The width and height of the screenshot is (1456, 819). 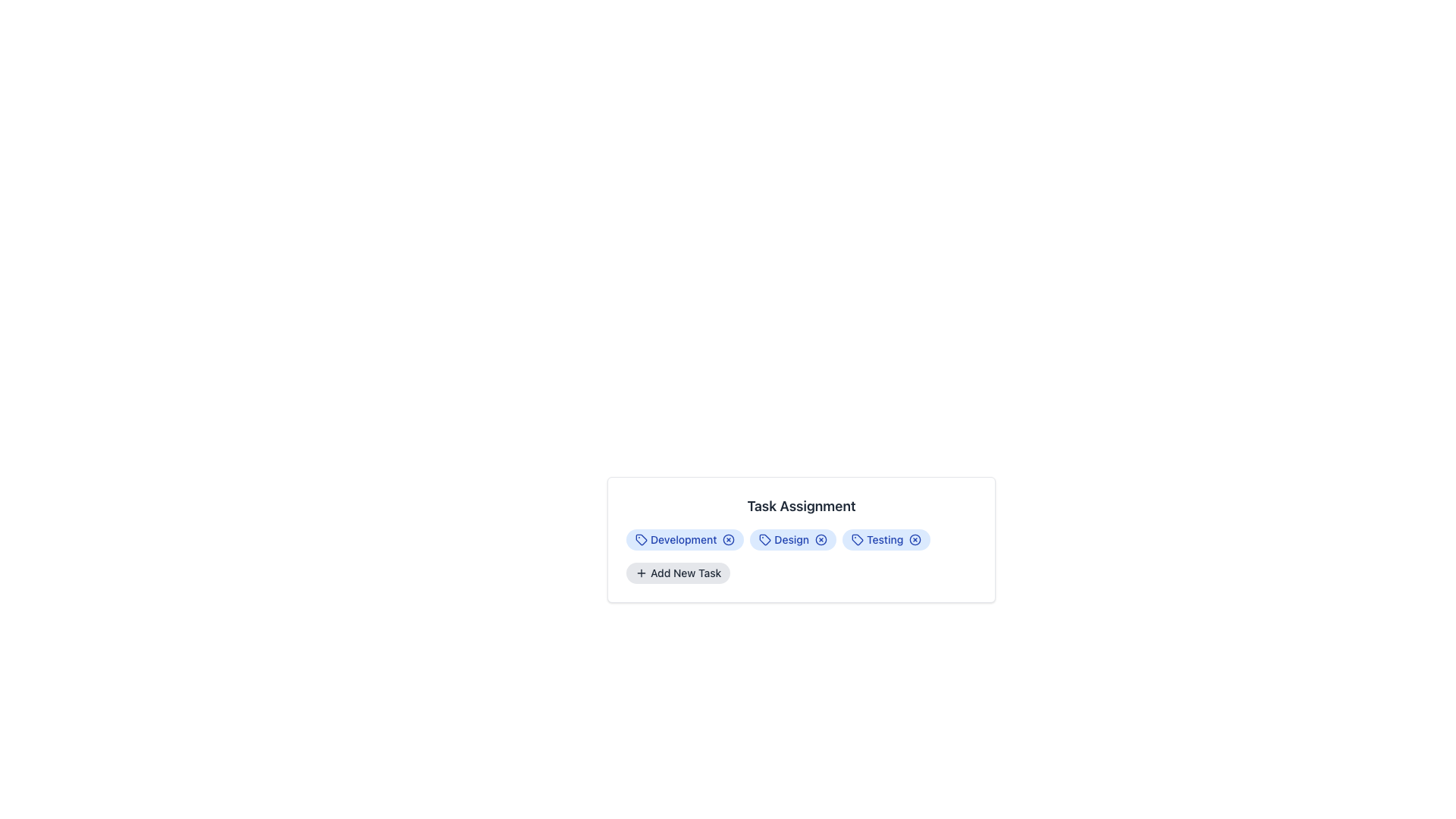 I want to click on the 'X' button on the 'Development' tag label, so click(x=684, y=539).